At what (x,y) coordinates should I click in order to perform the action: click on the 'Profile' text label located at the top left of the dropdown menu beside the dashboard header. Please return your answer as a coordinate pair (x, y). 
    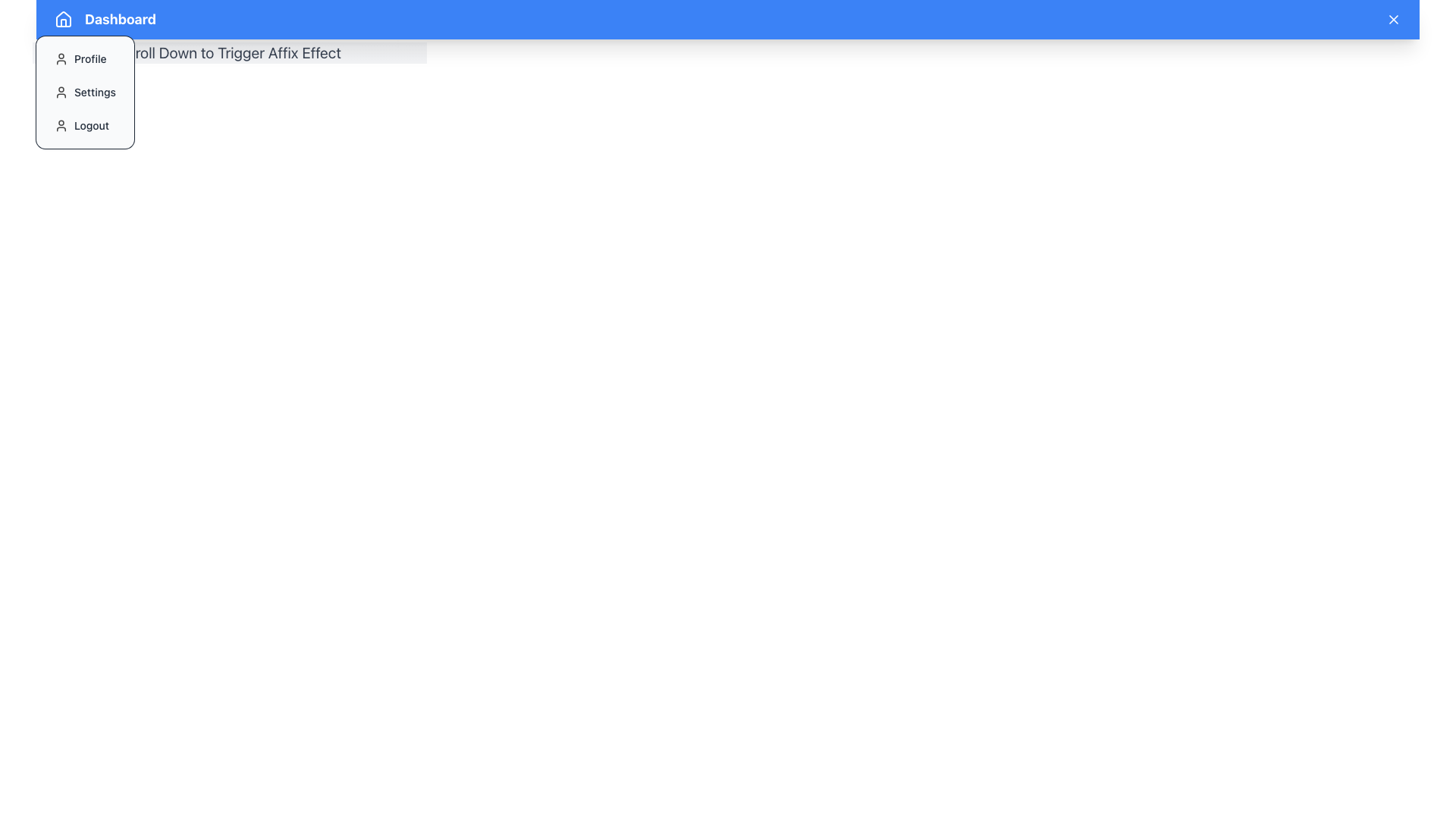
    Looking at the image, I should click on (89, 58).